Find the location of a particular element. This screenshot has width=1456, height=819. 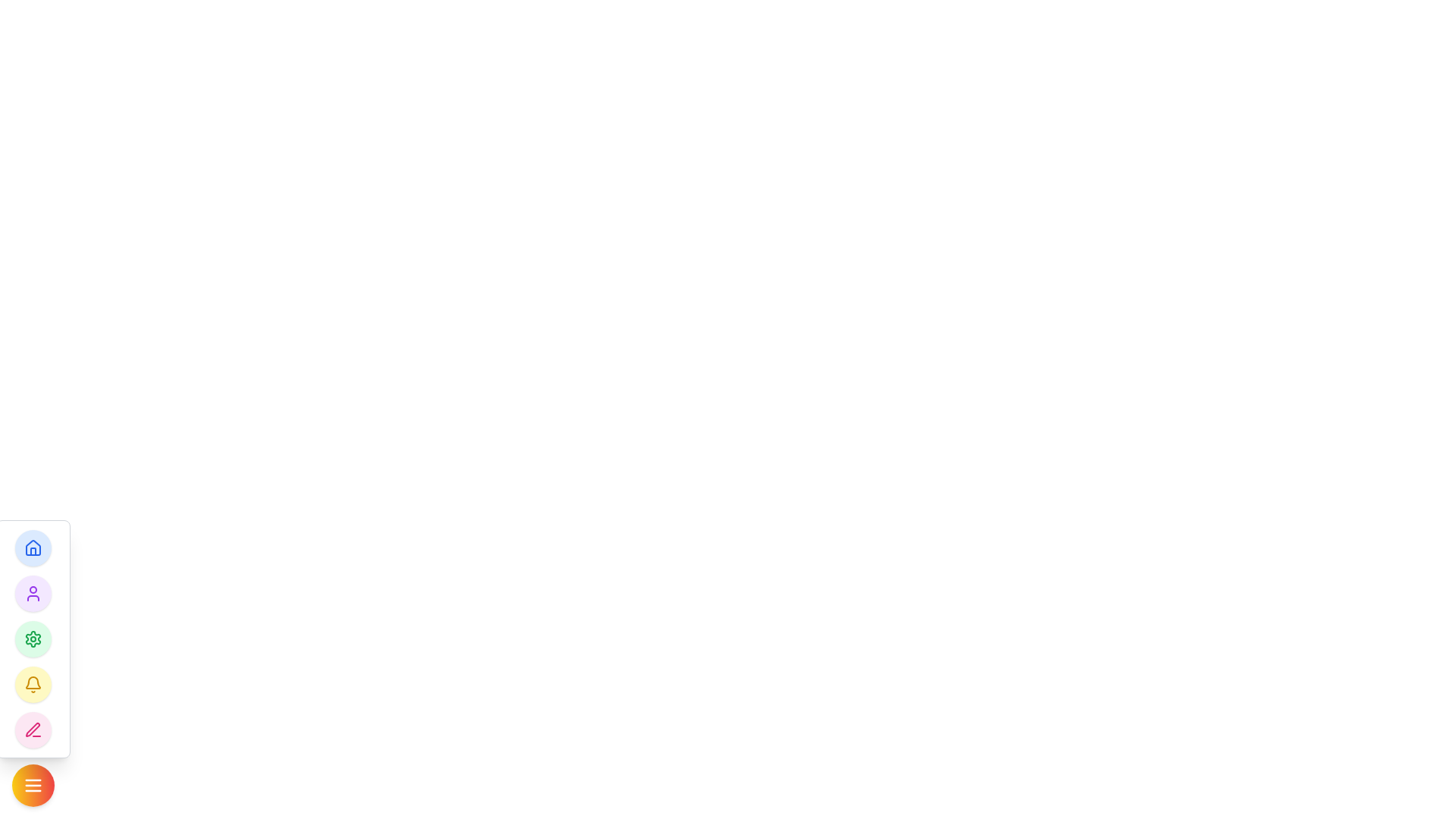

the blue house icon, which is enclosed within a circular background is located at coordinates (33, 548).